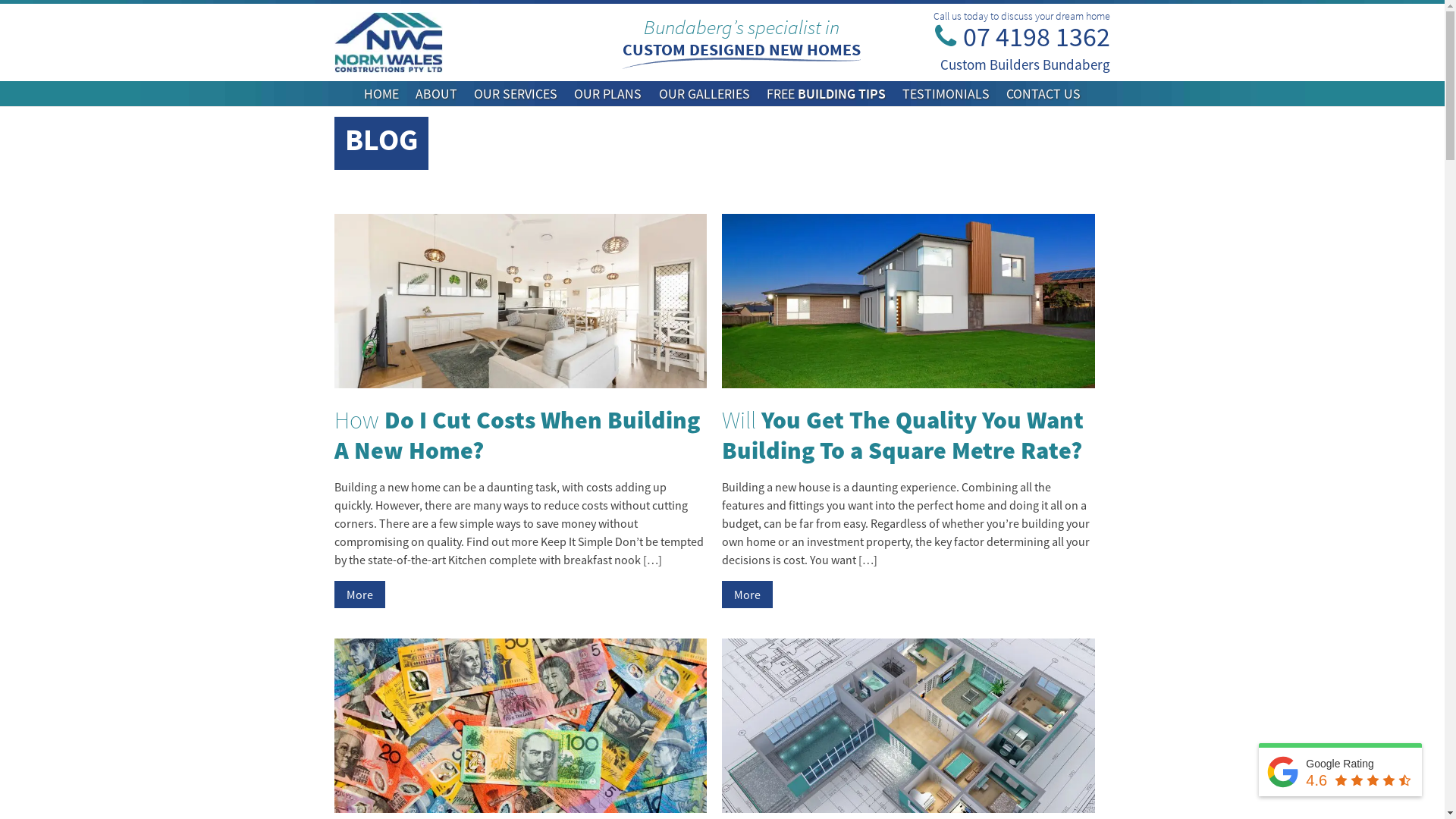  I want to click on 'OUR PLANS', so click(573, 93).